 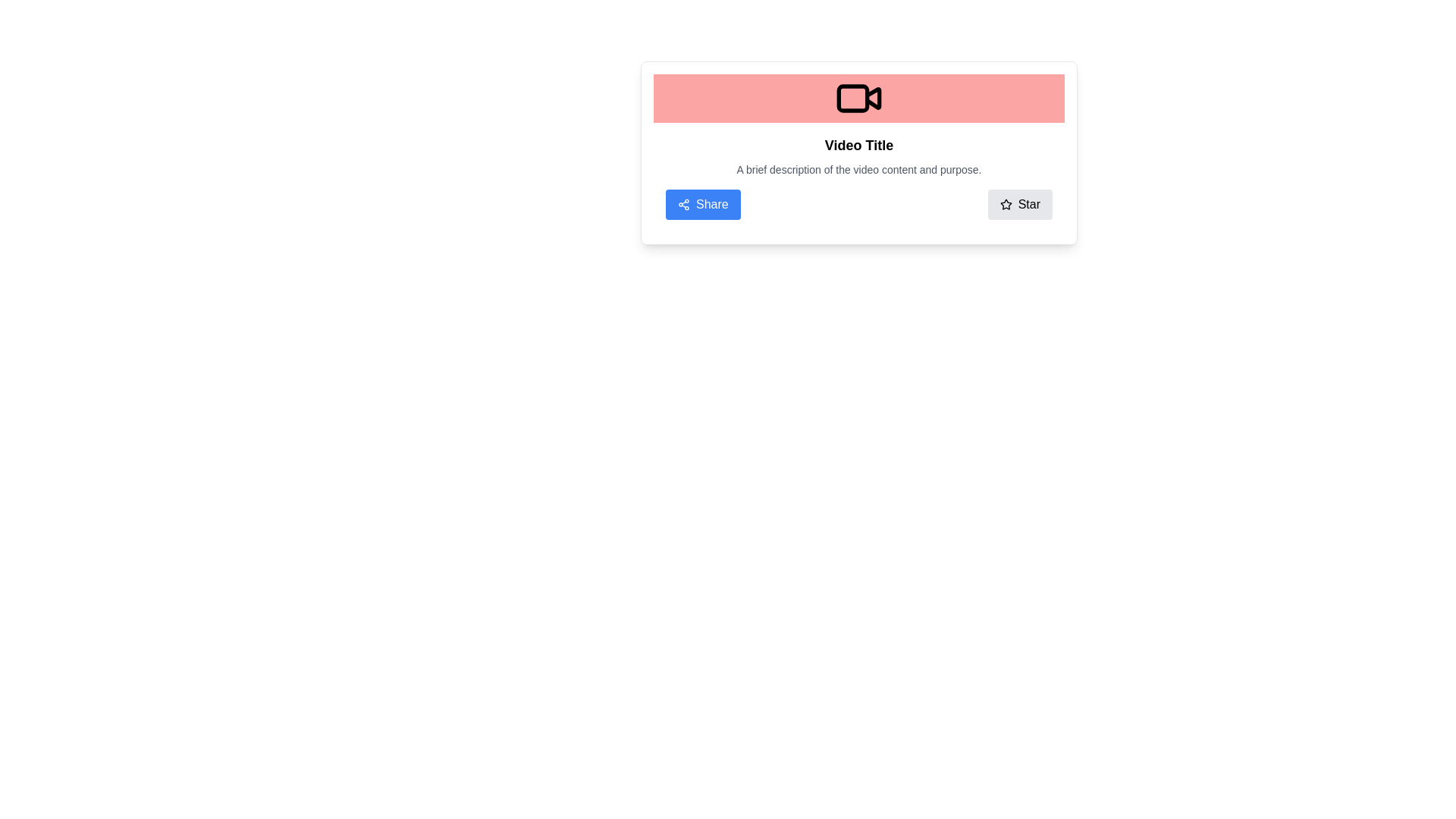 What do you see at coordinates (858, 146) in the screenshot?
I see `the bold text label displaying 'Video Title', which is centrally aligned above the description text and below a visual icon` at bounding box center [858, 146].